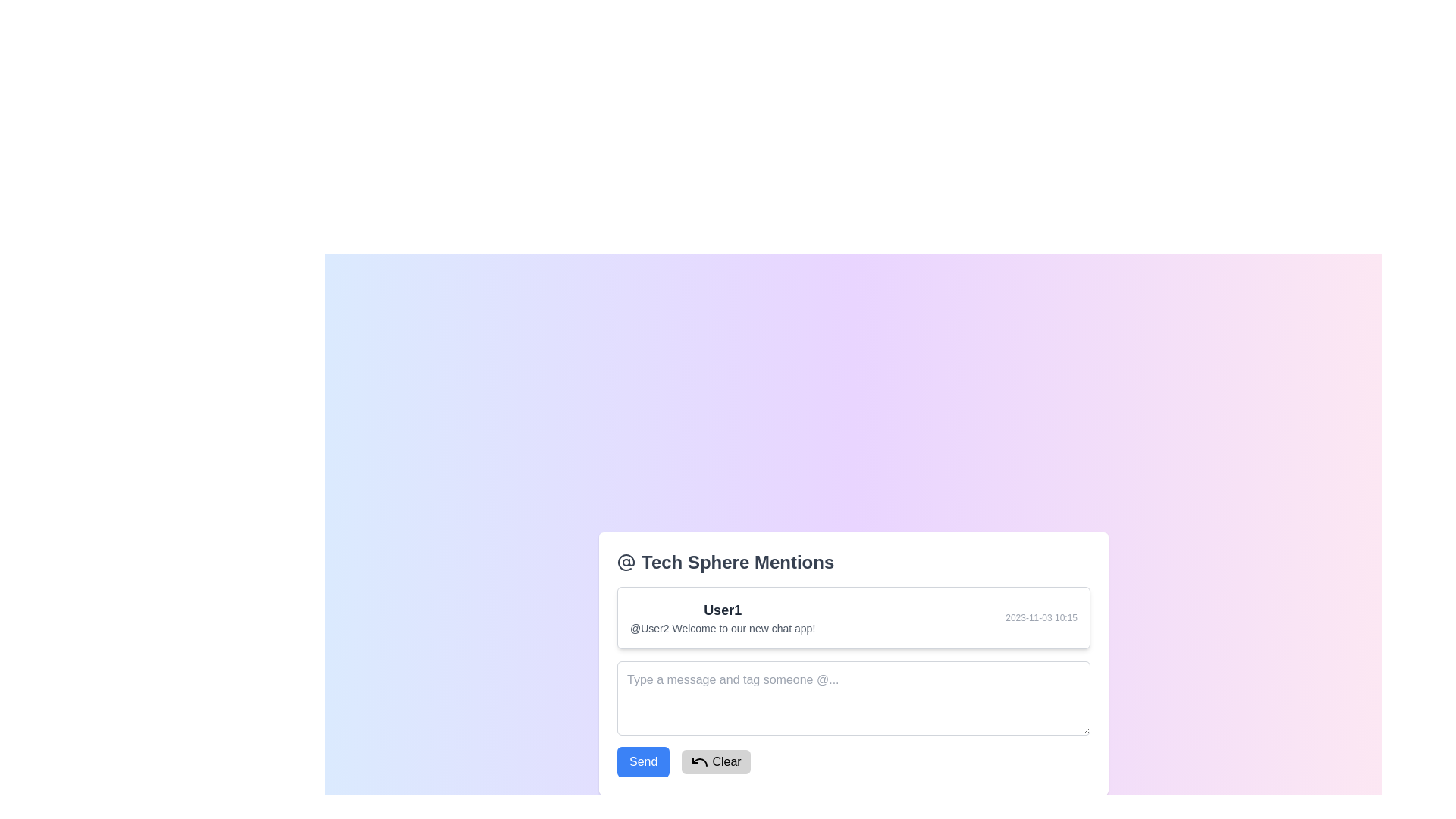 The width and height of the screenshot is (1456, 819). What do you see at coordinates (626, 562) in the screenshot?
I see `the '@' symbol icon that is part of the interface, located to the left of the 'Tech Sphere Mentions' header` at bounding box center [626, 562].